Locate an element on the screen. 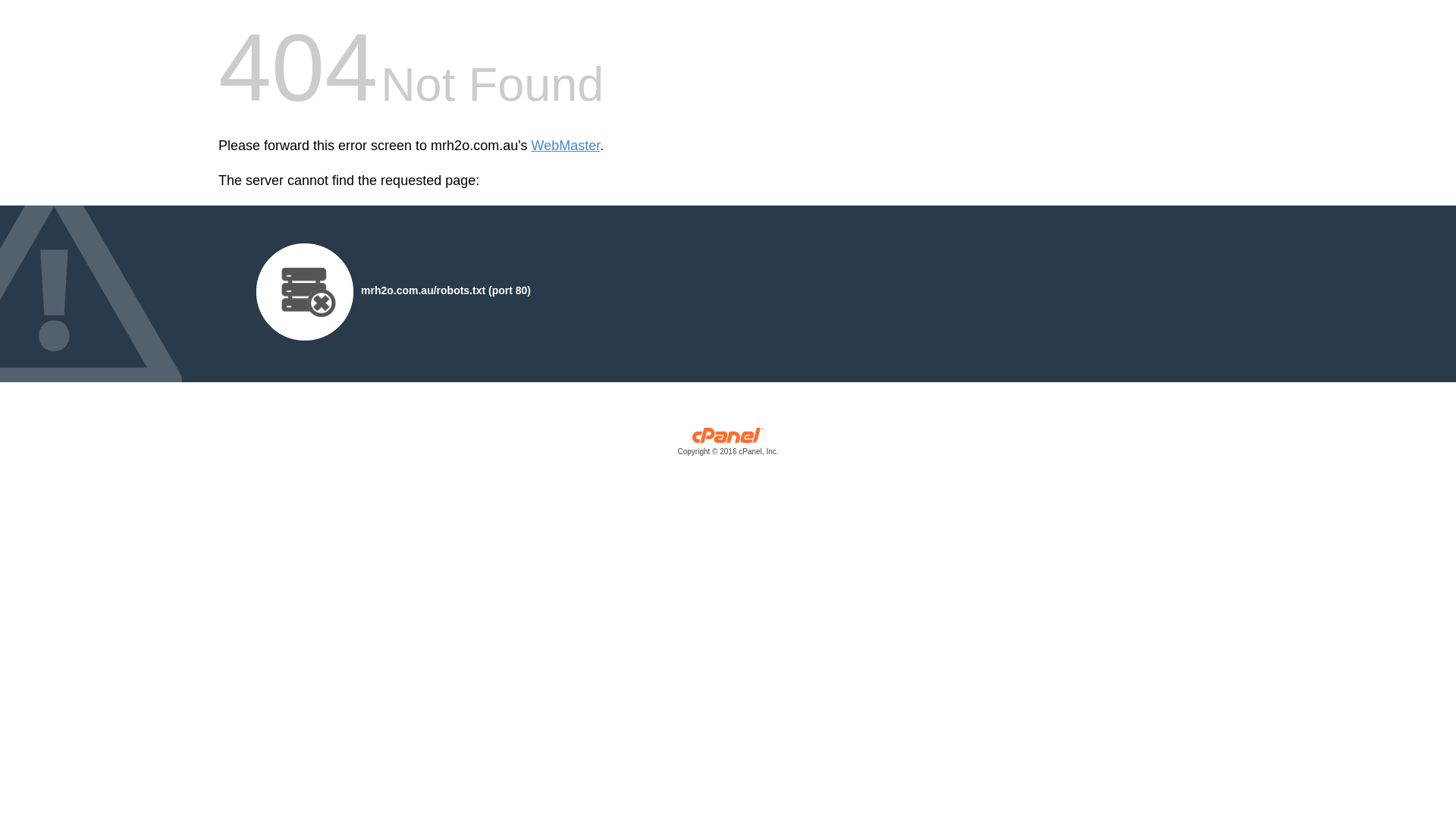 The width and height of the screenshot is (1456, 819). 'WebMaster' is located at coordinates (565, 146).